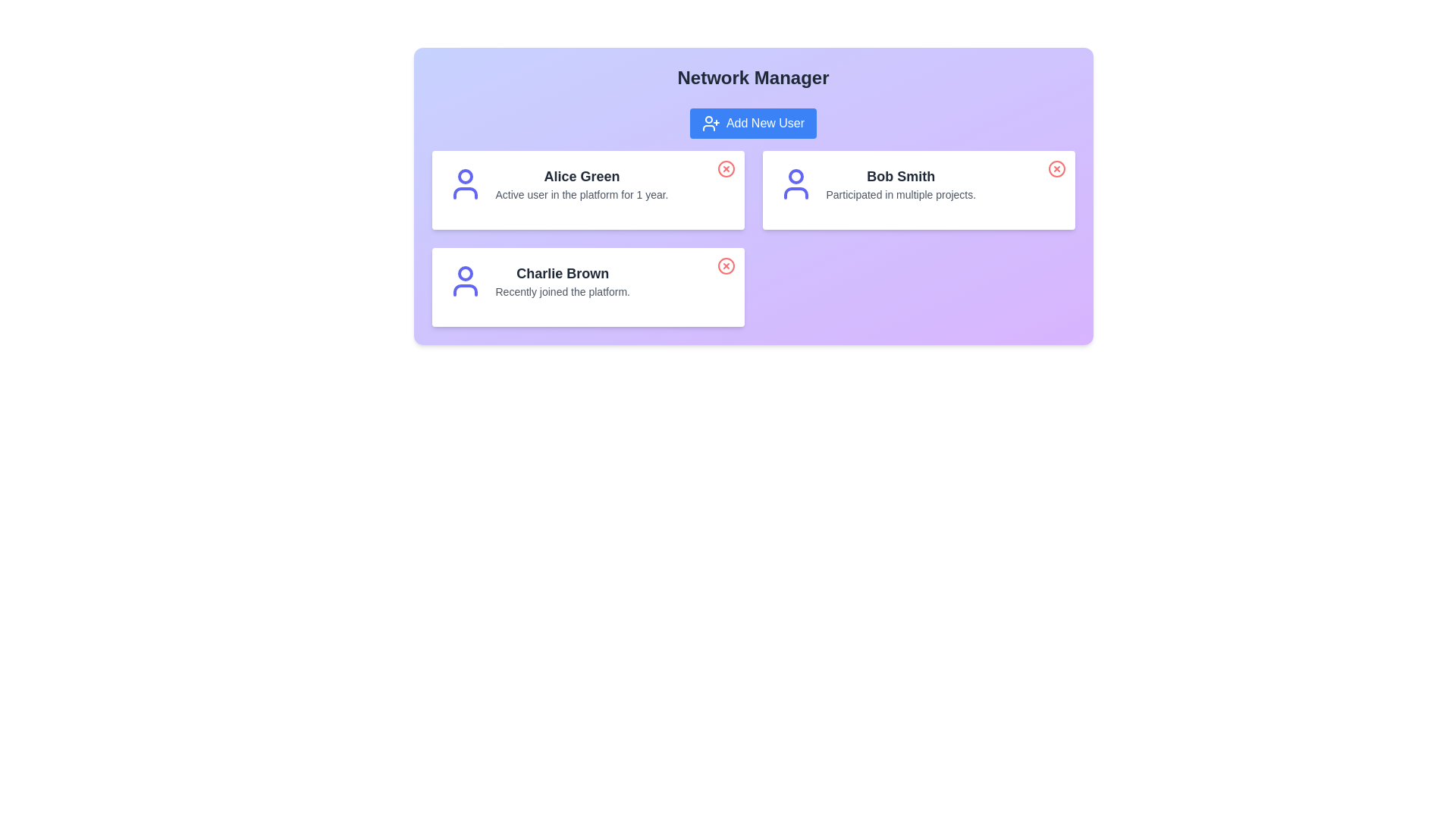 This screenshot has width=1456, height=819. What do you see at coordinates (1056, 169) in the screenshot?
I see `remove button for the user Bob Smith` at bounding box center [1056, 169].